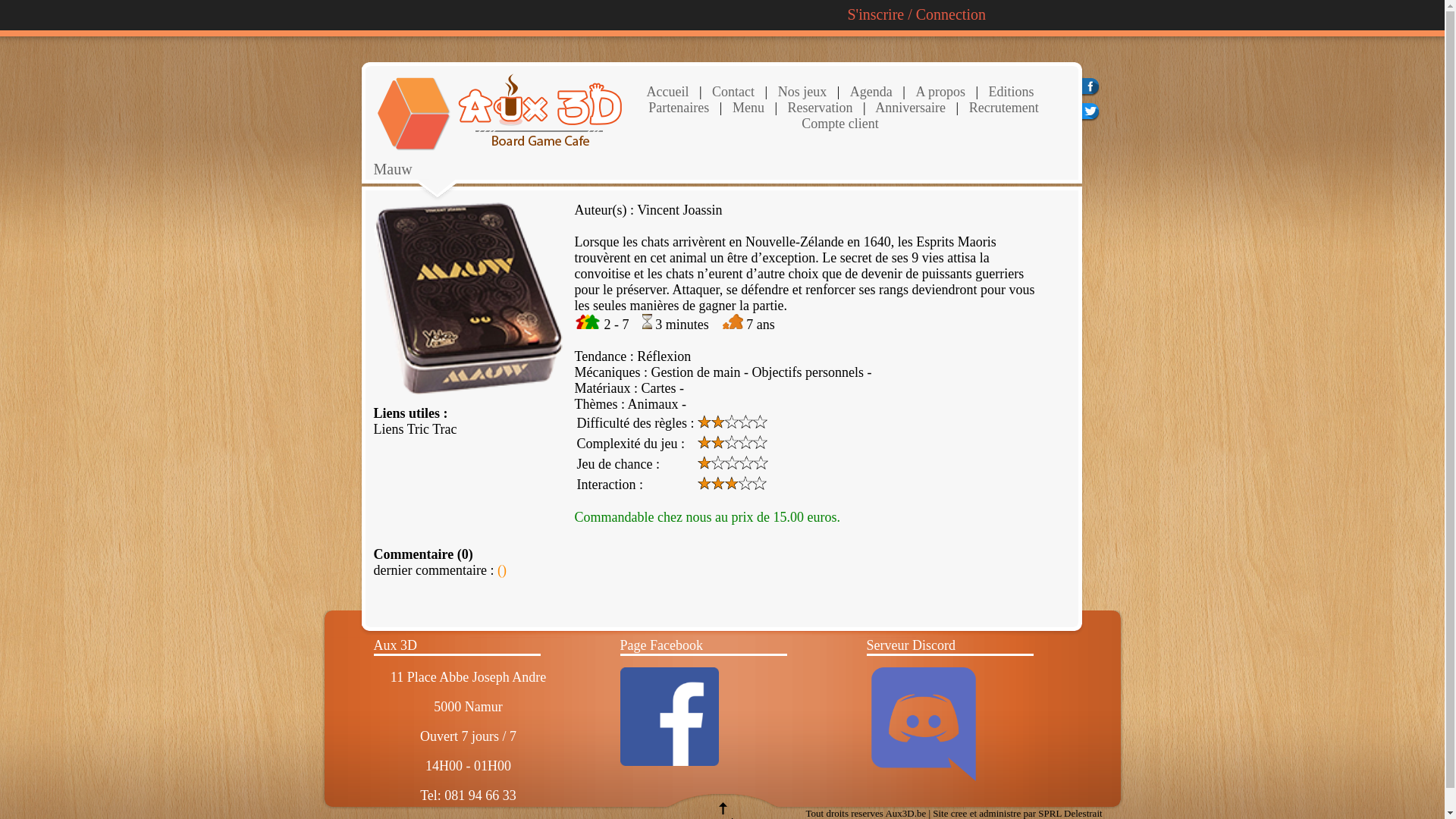  Describe the element at coordinates (871, 91) in the screenshot. I see `'Agenda'` at that location.